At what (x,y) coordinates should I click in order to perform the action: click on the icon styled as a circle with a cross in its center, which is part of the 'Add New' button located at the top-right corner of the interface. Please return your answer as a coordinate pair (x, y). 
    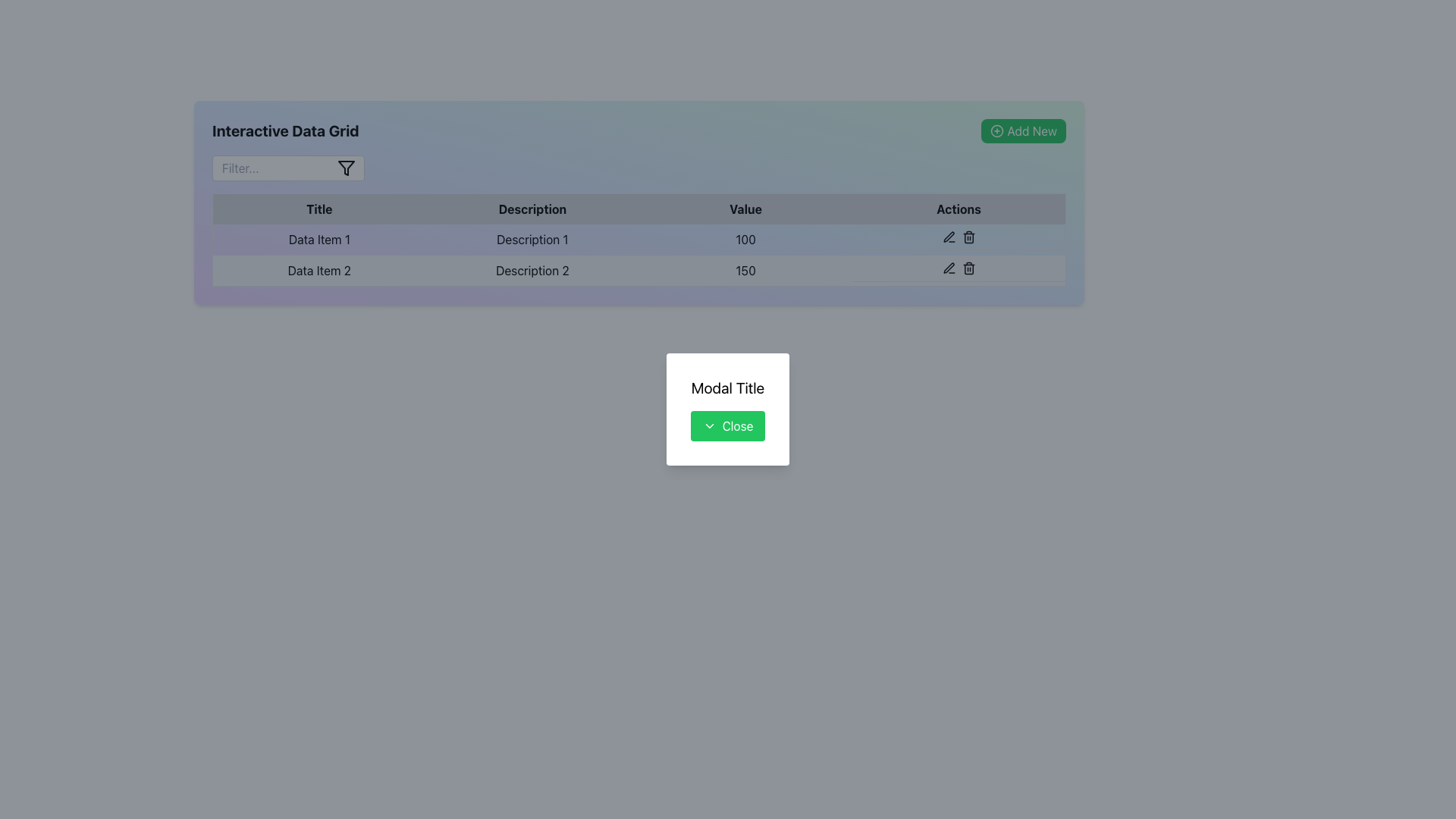
    Looking at the image, I should click on (997, 130).